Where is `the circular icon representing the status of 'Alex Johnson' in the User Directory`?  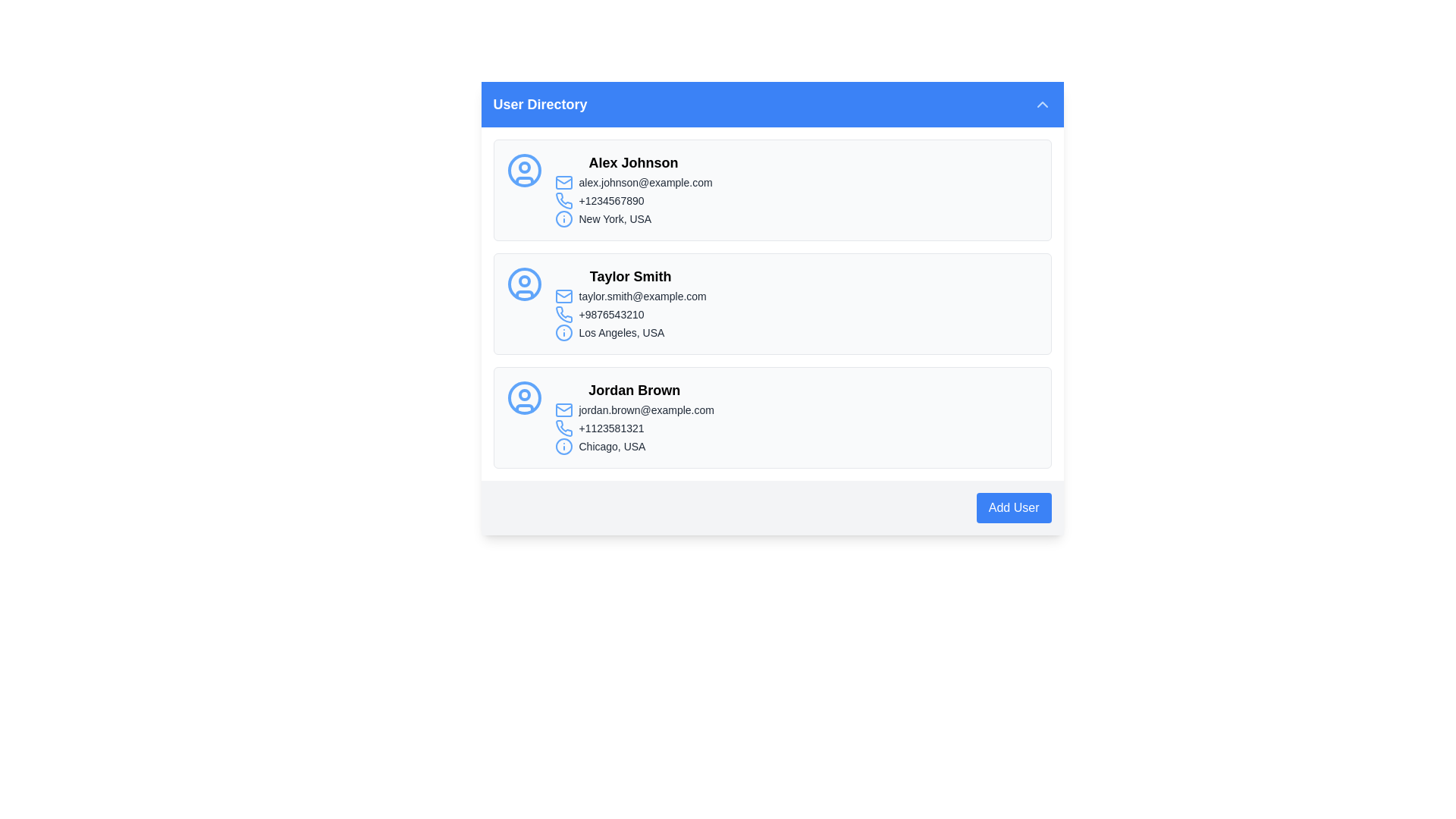
the circular icon representing the status of 'Alex Johnson' in the User Directory is located at coordinates (524, 167).